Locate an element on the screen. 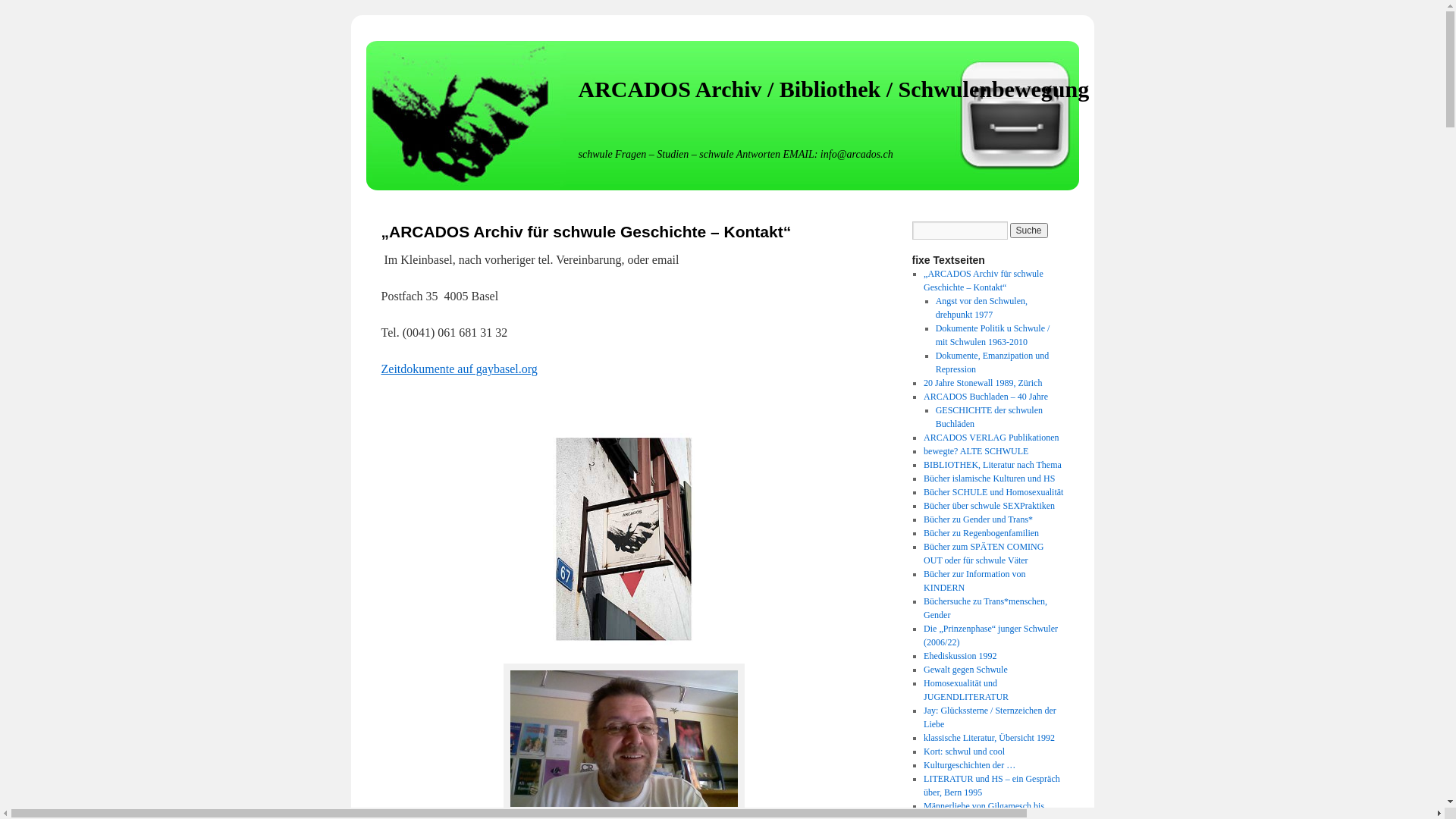 This screenshot has width=1456, height=819. 'Suche' is located at coordinates (1029, 231).